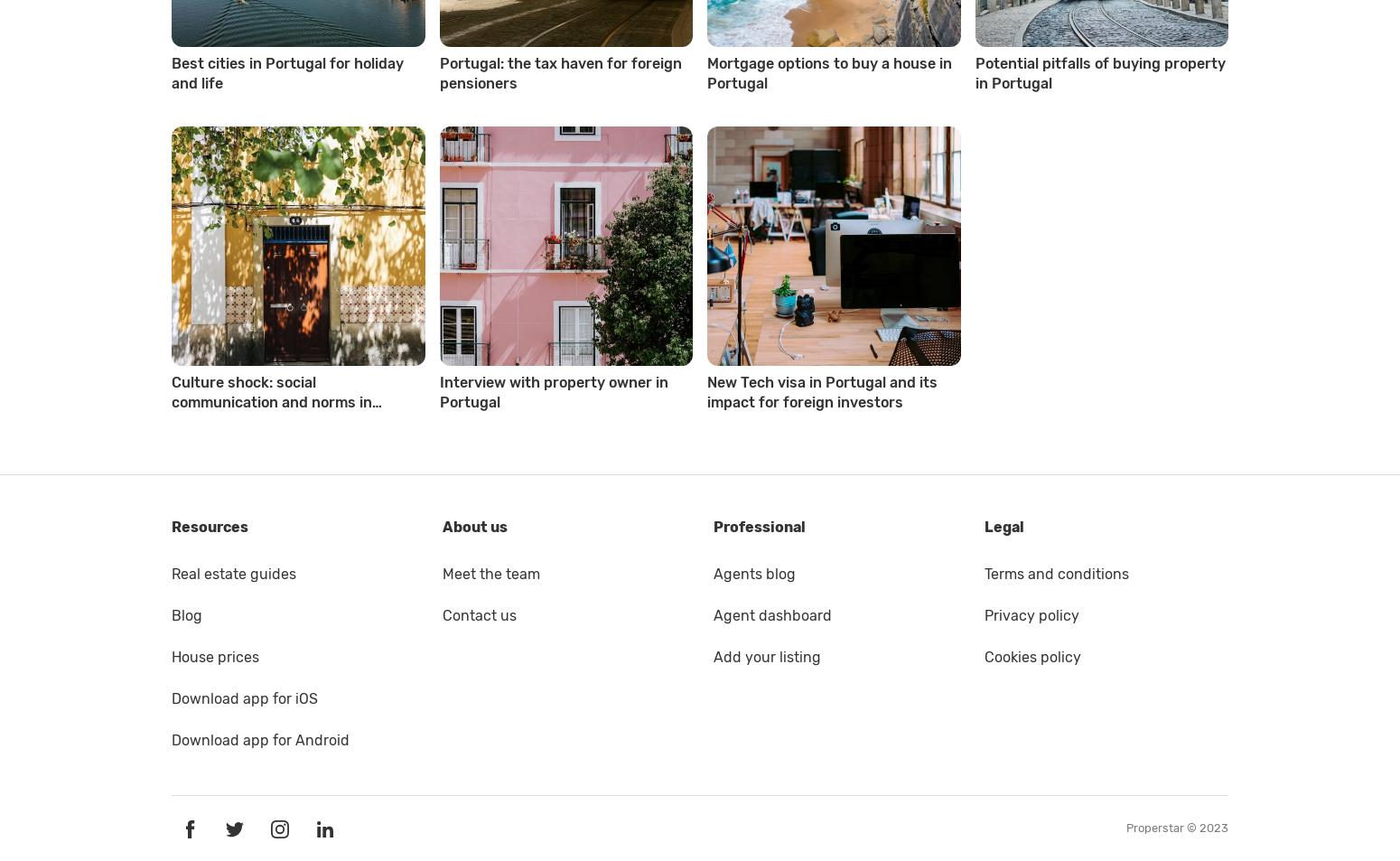 This screenshot has width=1400, height=861. I want to click on 'Blog', so click(171, 614).